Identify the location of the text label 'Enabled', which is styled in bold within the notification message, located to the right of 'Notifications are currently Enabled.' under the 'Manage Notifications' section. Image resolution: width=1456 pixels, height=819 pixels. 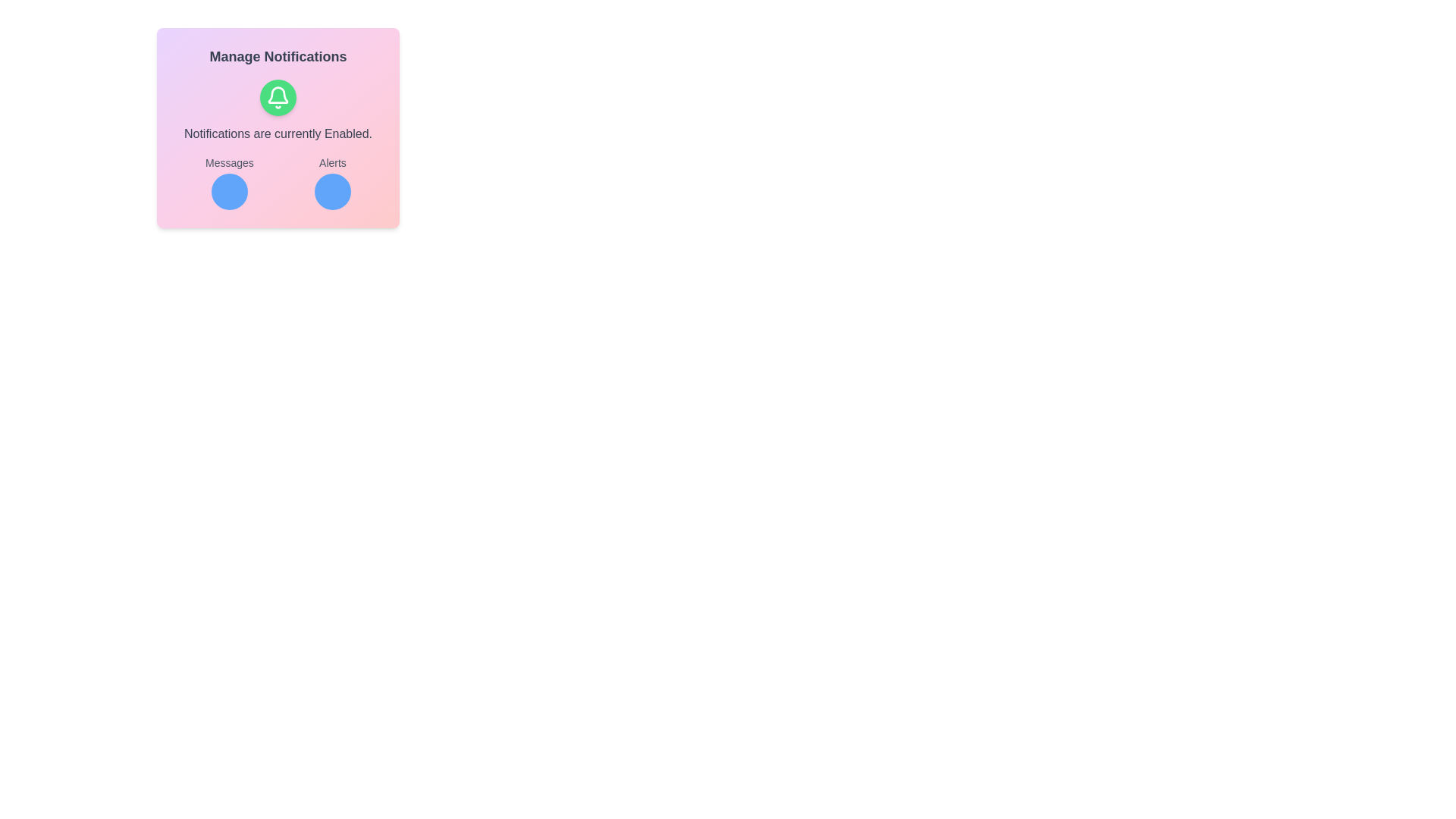
(346, 133).